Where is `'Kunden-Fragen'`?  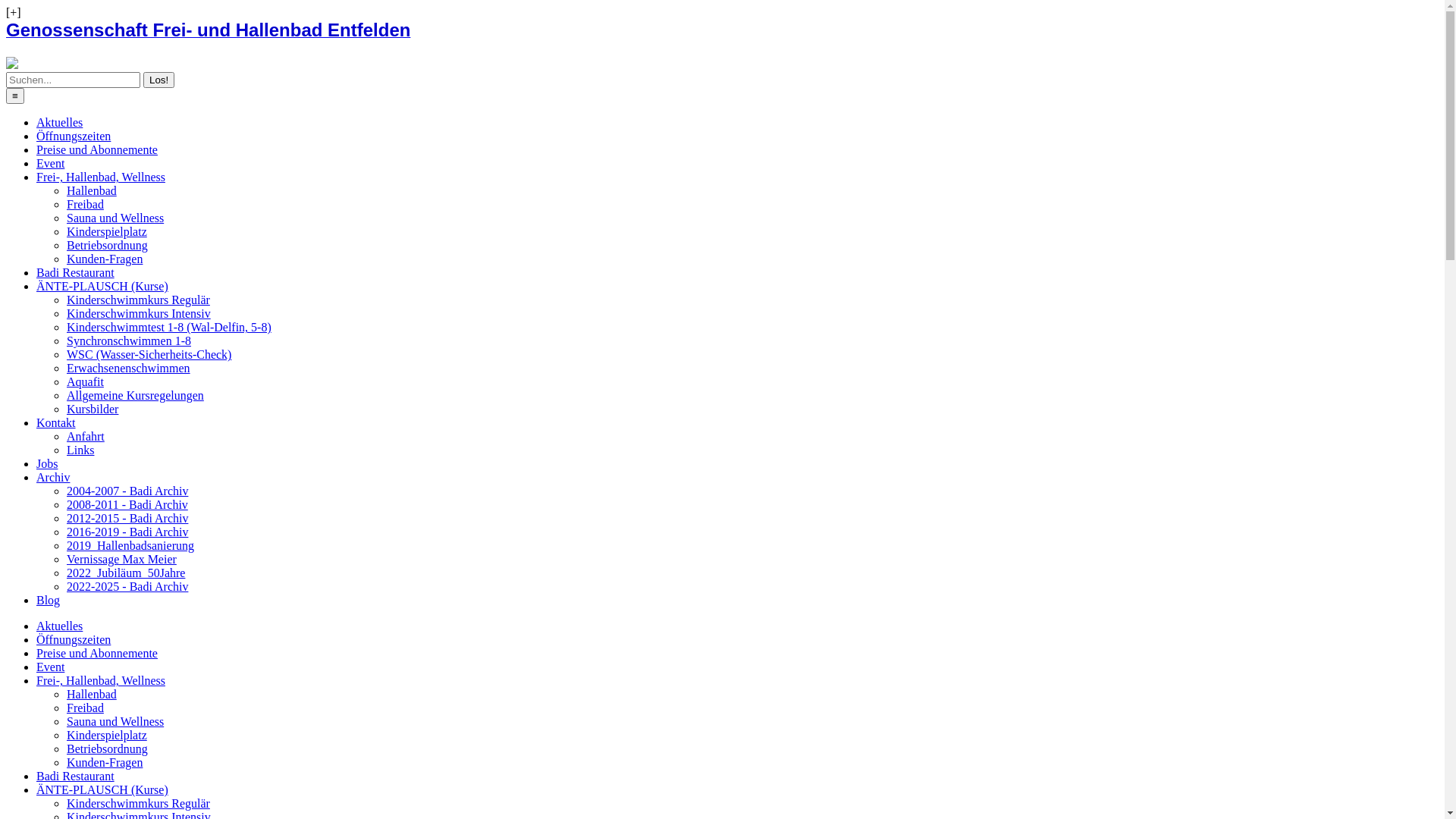
'Kunden-Fragen' is located at coordinates (104, 762).